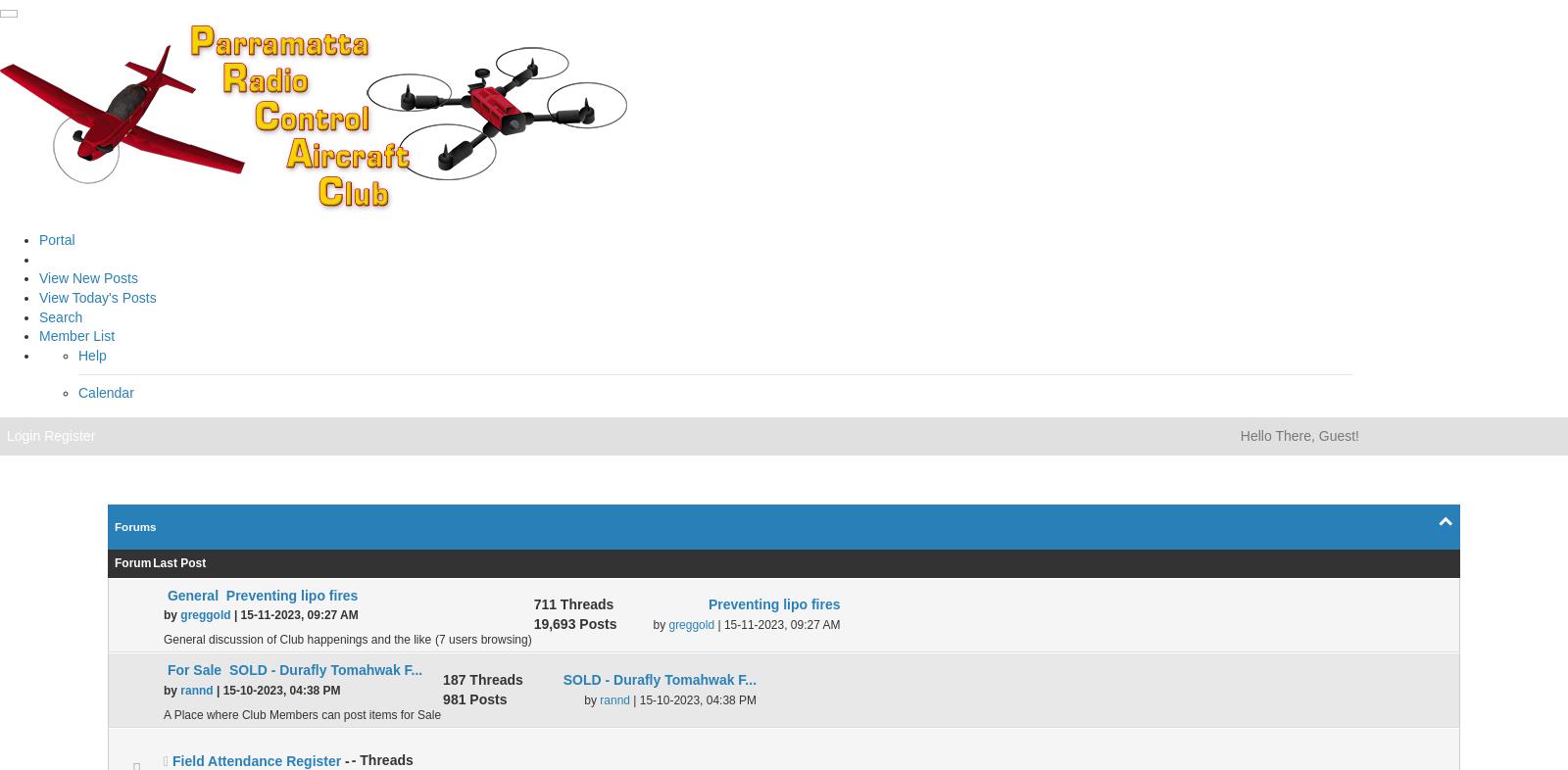 This screenshot has height=770, width=1568. Describe the element at coordinates (481, 638) in the screenshot. I see `'(7 users browsing)'` at that location.